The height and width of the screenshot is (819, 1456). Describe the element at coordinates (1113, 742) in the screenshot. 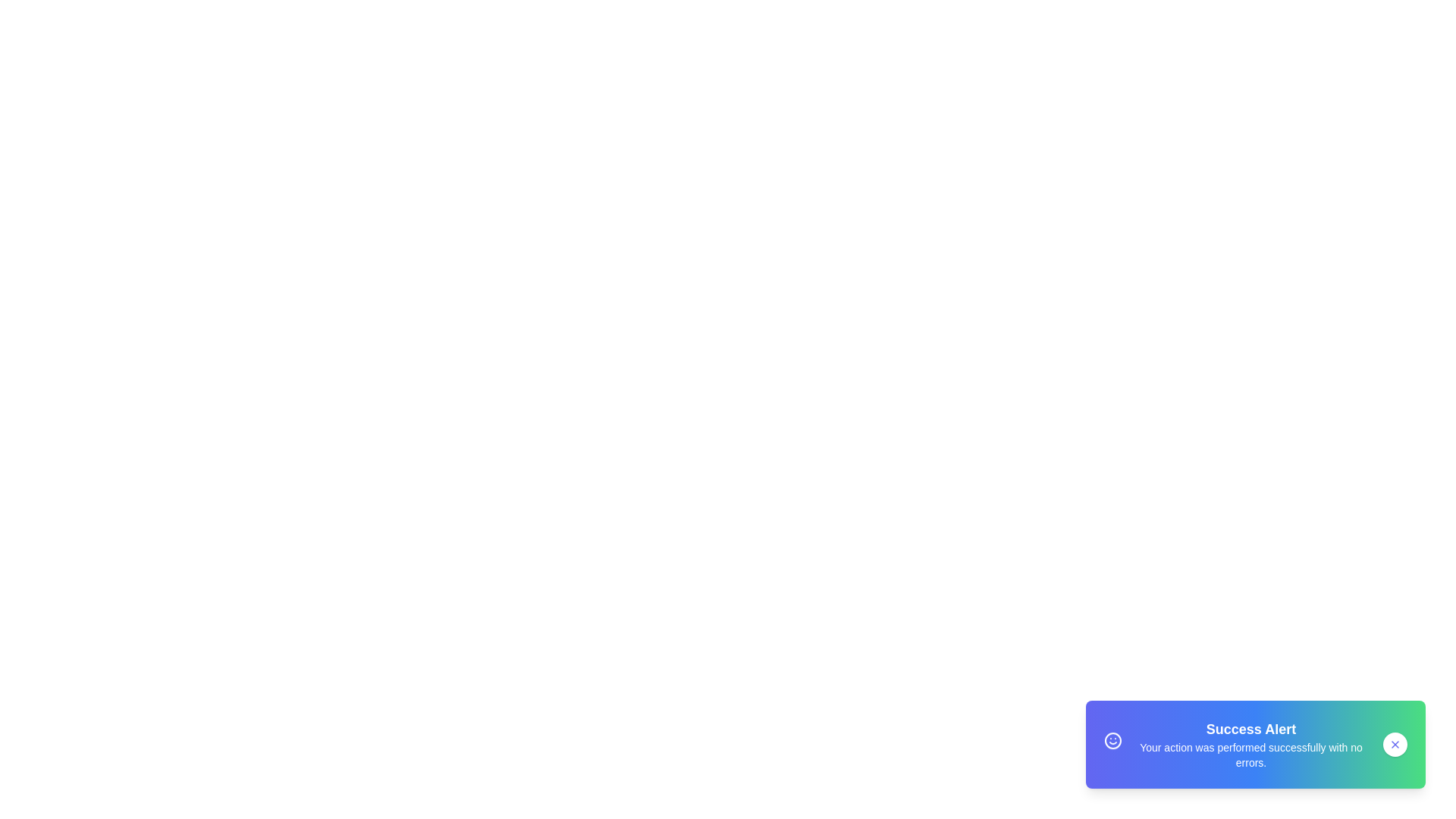

I see `the smile icon in the snackbar component` at that location.